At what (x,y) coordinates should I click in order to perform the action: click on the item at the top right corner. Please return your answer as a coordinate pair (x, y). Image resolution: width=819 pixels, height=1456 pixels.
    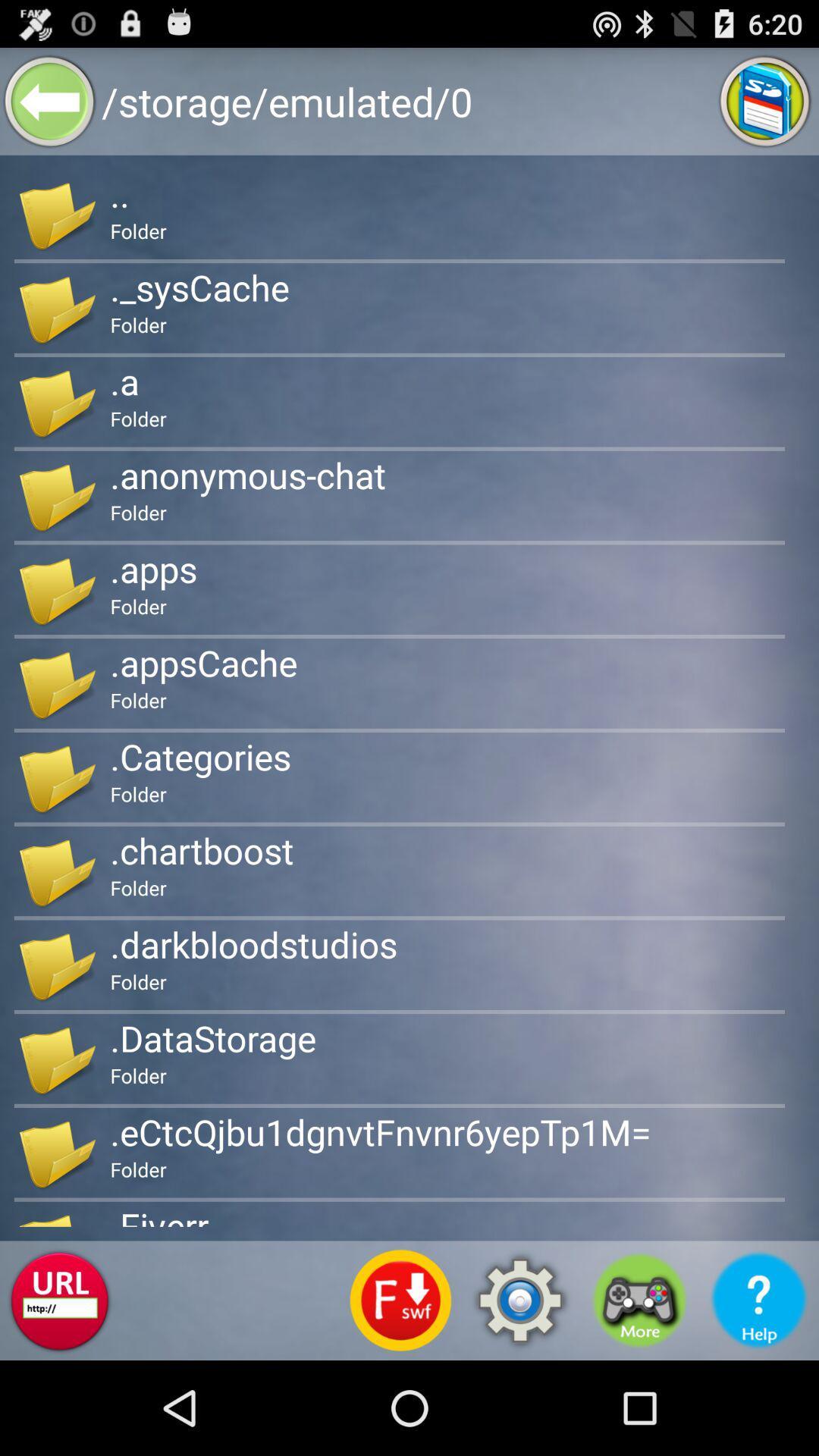
    Looking at the image, I should click on (765, 100).